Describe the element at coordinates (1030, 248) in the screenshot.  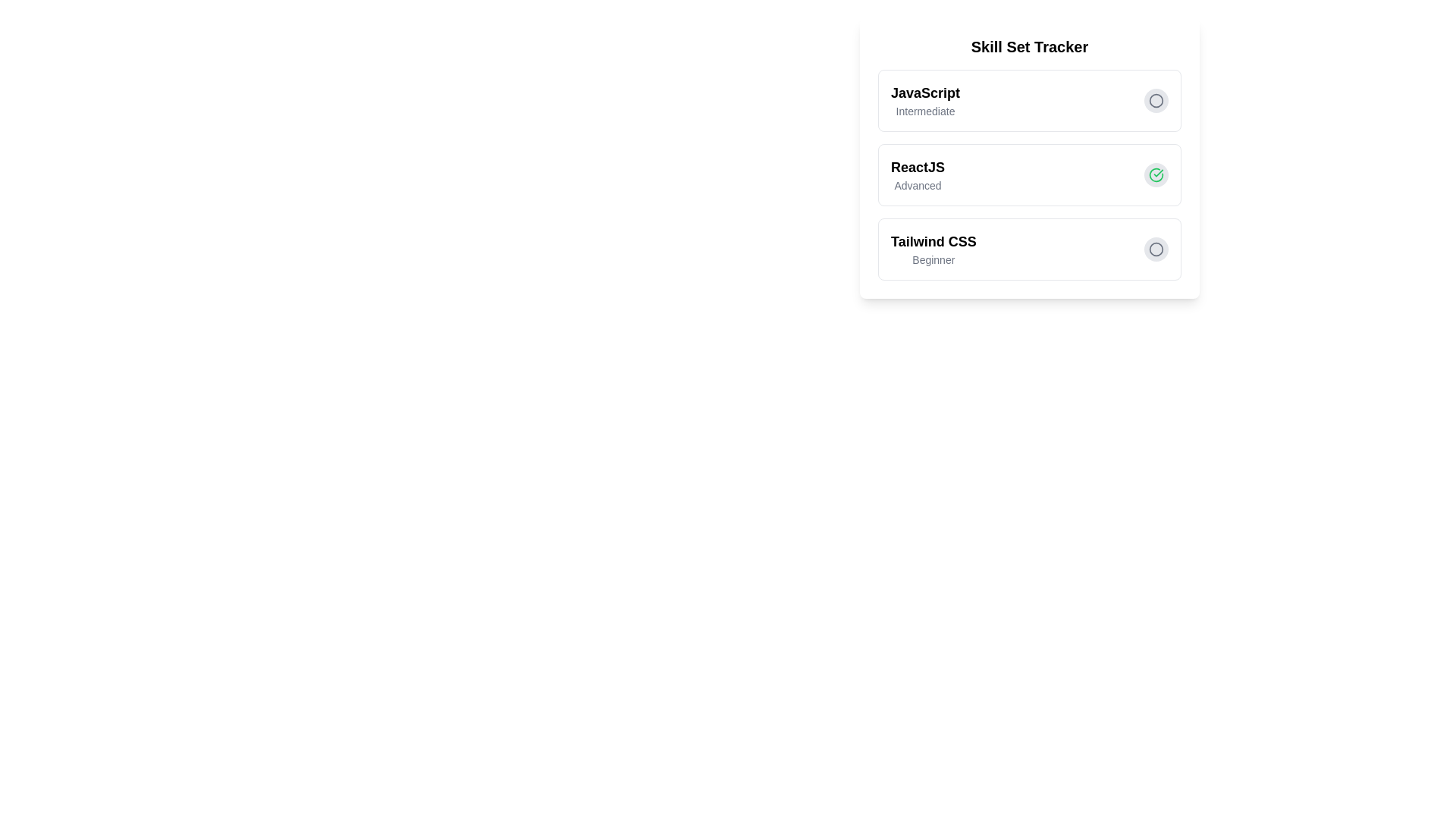
I see `the circular toggle button on the right side of the Interactive List Item labeled 'Tailwind CSS' with the subtitle 'Beginner'` at that location.